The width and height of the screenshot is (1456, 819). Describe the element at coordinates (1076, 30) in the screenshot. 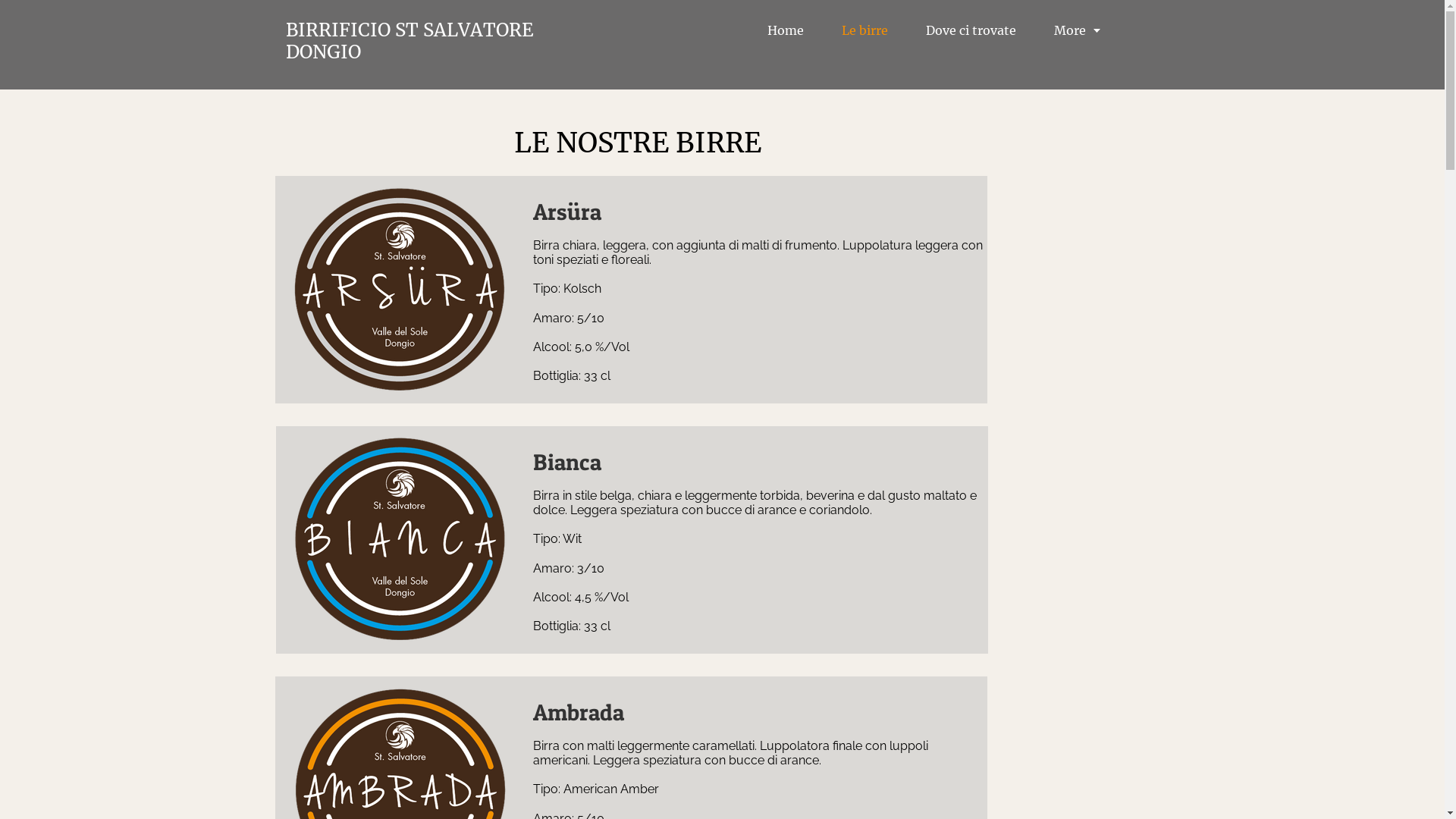

I see `'More'` at that location.